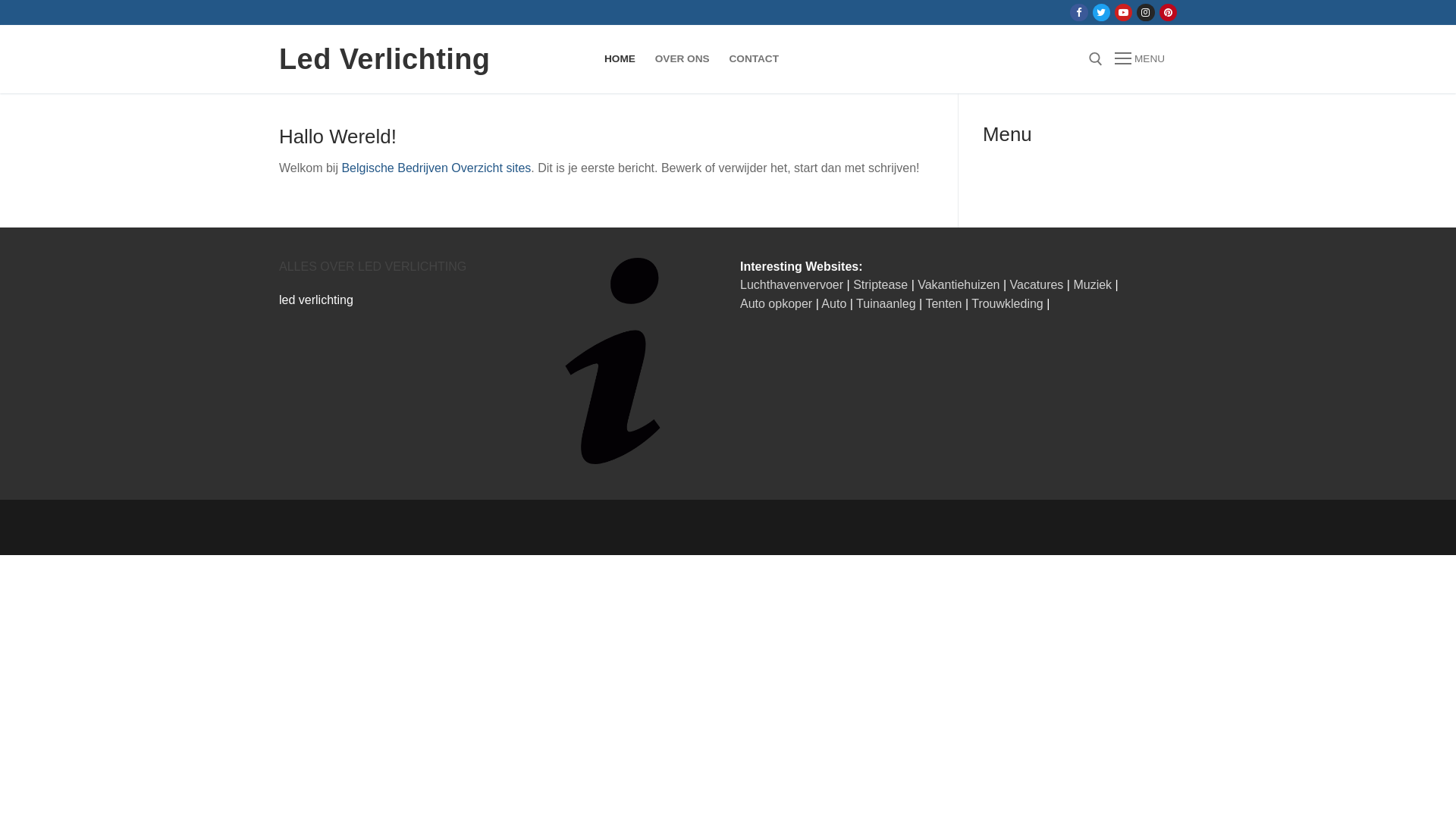 This screenshot has width=1456, height=819. What do you see at coordinates (1167, 12) in the screenshot?
I see `'Pinterest'` at bounding box center [1167, 12].